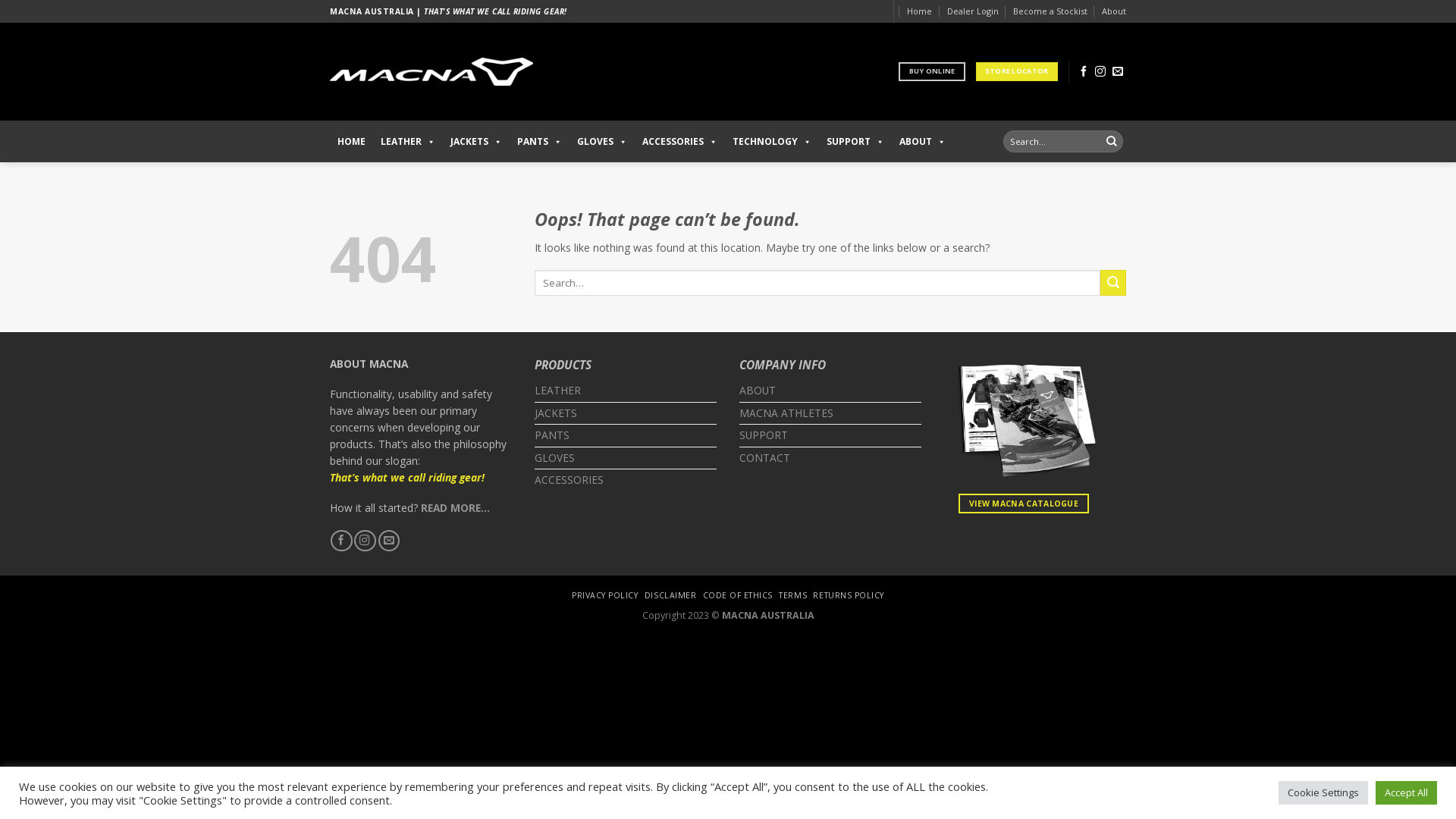 Image resolution: width=1456 pixels, height=819 pixels. Describe the element at coordinates (786, 413) in the screenshot. I see `'MACNA ATHLETES'` at that location.